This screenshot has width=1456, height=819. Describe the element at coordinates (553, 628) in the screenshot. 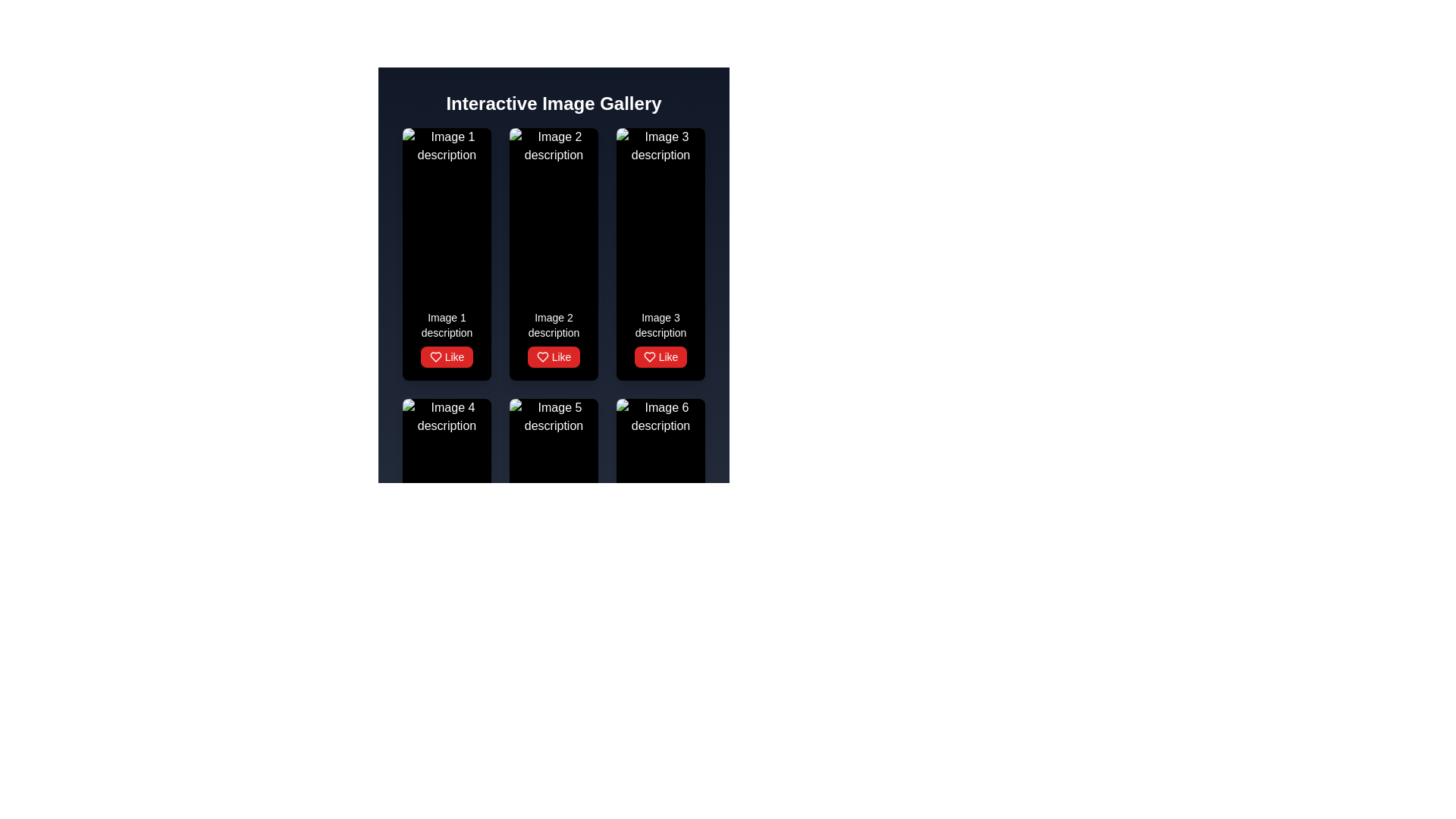

I see `the red 'Like' button with rounded corners, featuring a heart icon and white text, located under the 'Image 5 description'` at that location.